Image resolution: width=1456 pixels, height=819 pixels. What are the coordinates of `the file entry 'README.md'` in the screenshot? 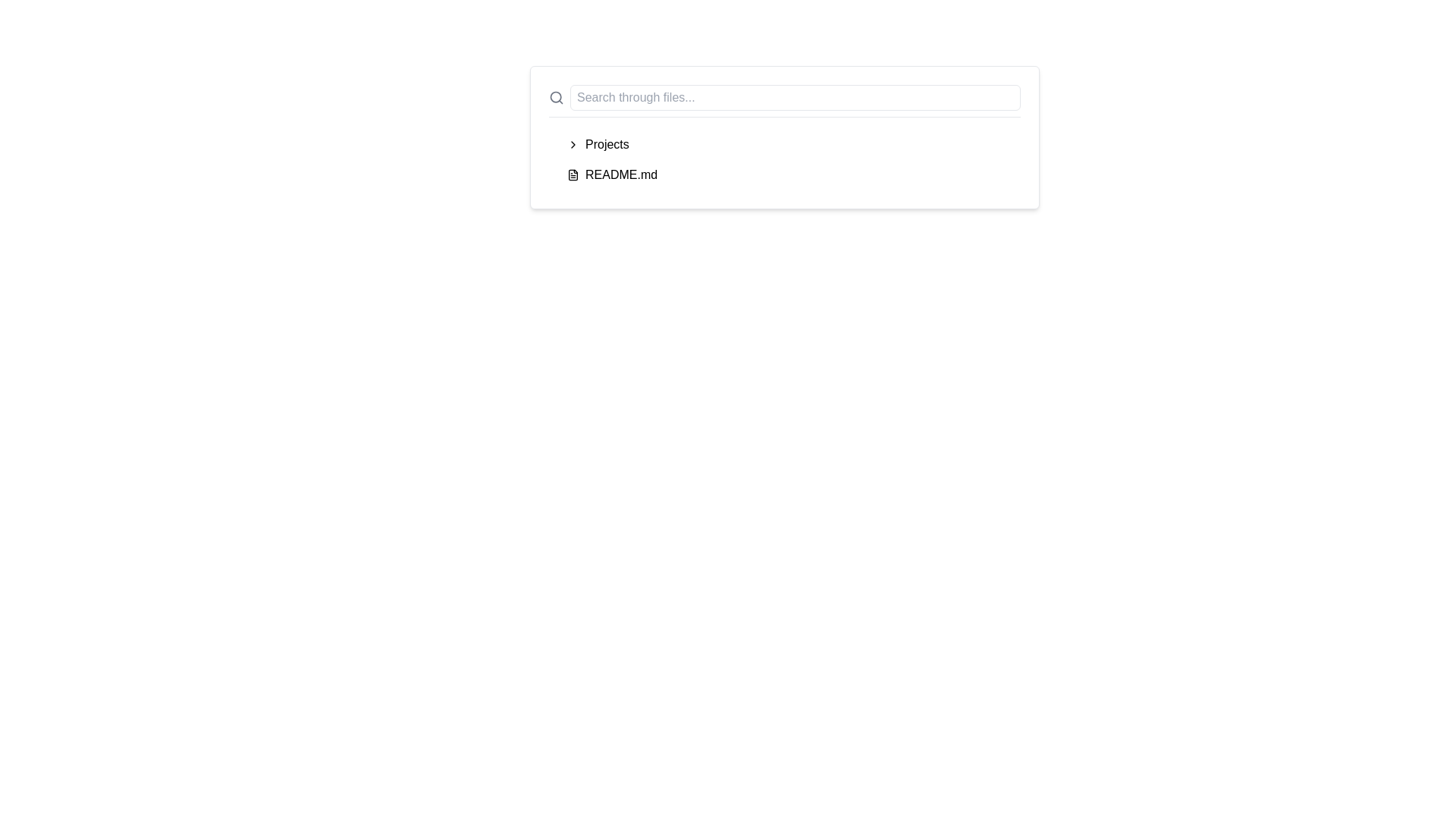 It's located at (789, 174).